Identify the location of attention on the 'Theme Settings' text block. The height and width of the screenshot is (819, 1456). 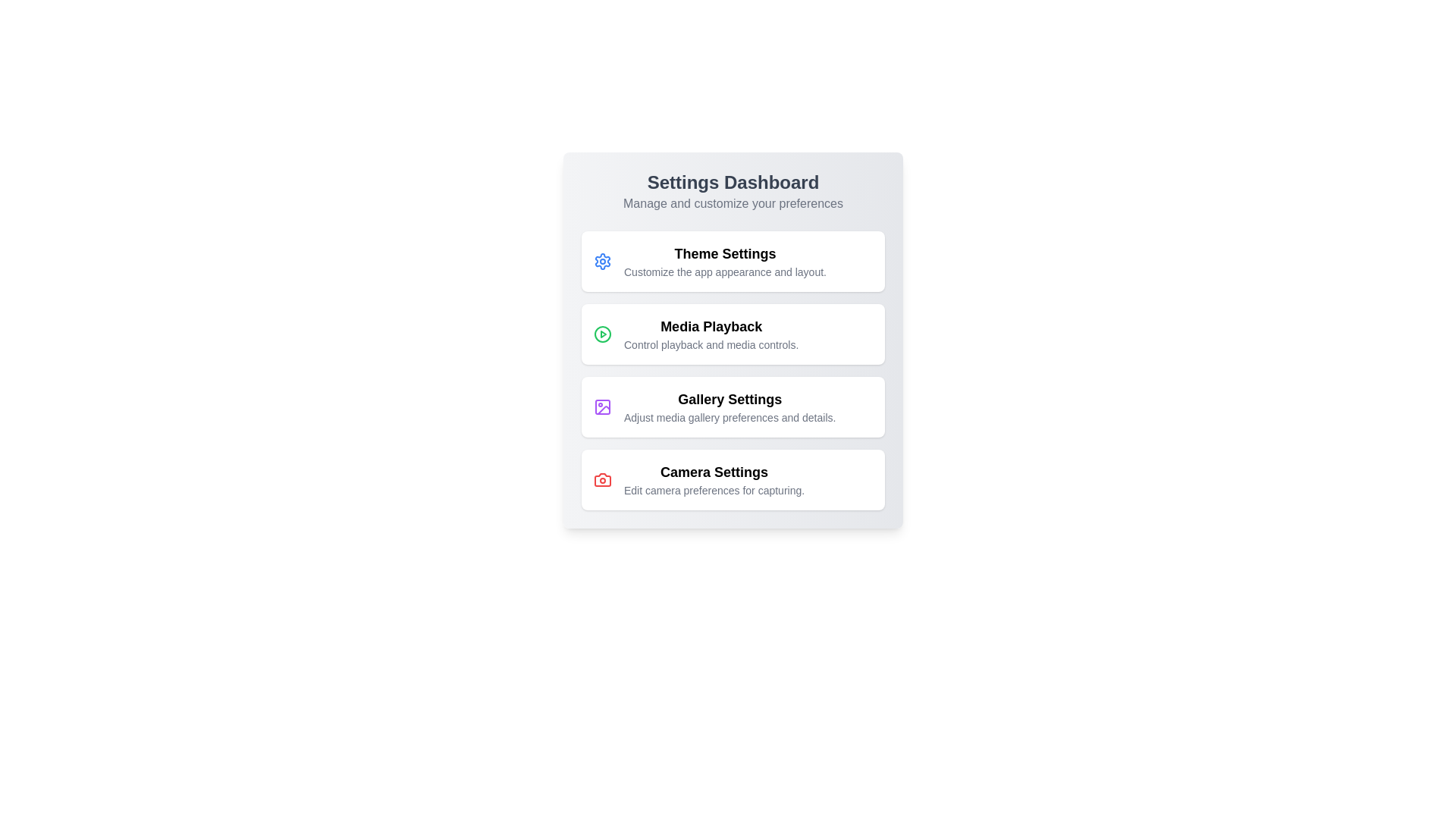
(724, 260).